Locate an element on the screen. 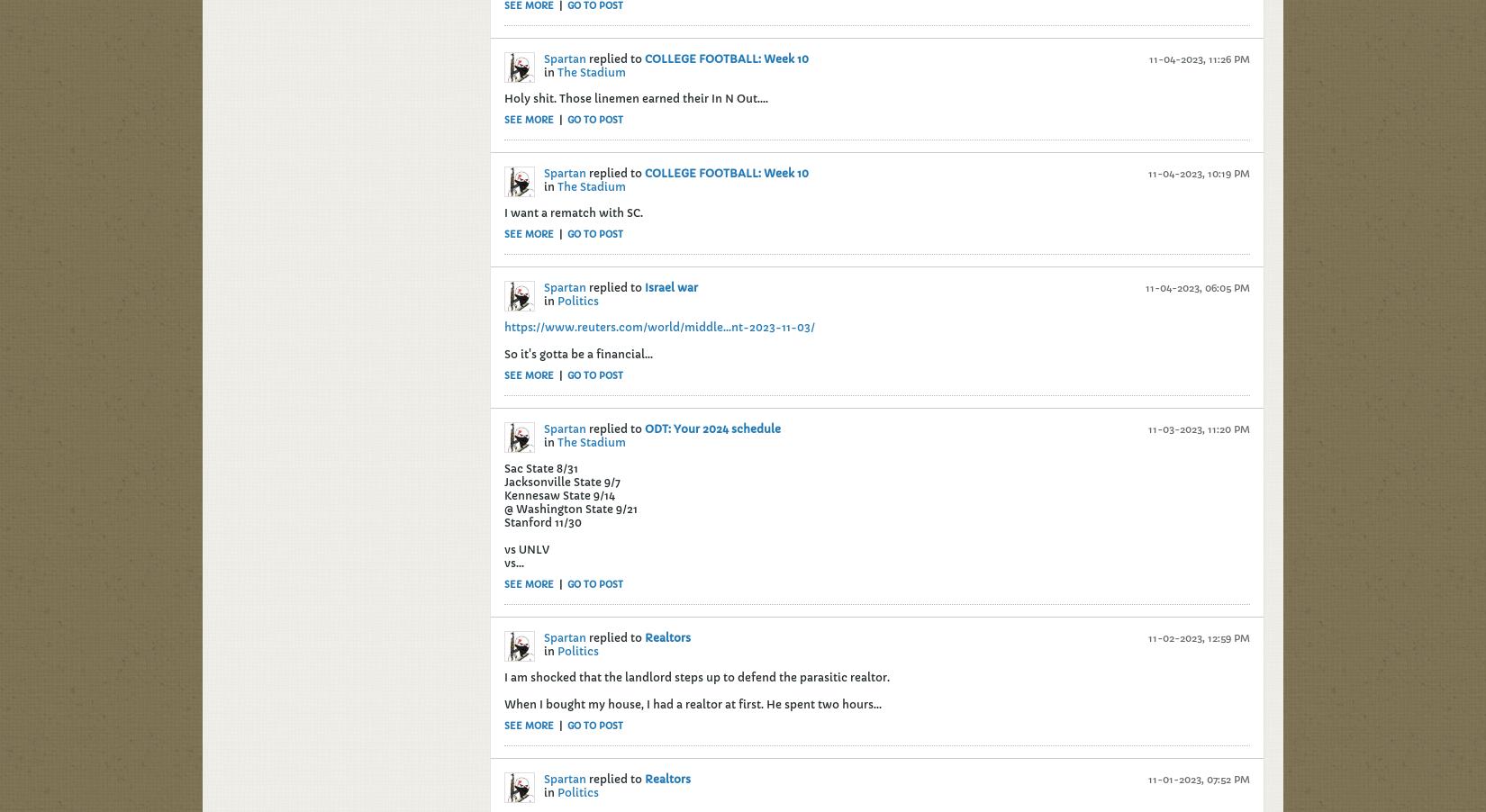 This screenshot has height=812, width=1486. 'ODT: Your 2024 schedule' is located at coordinates (711, 427).